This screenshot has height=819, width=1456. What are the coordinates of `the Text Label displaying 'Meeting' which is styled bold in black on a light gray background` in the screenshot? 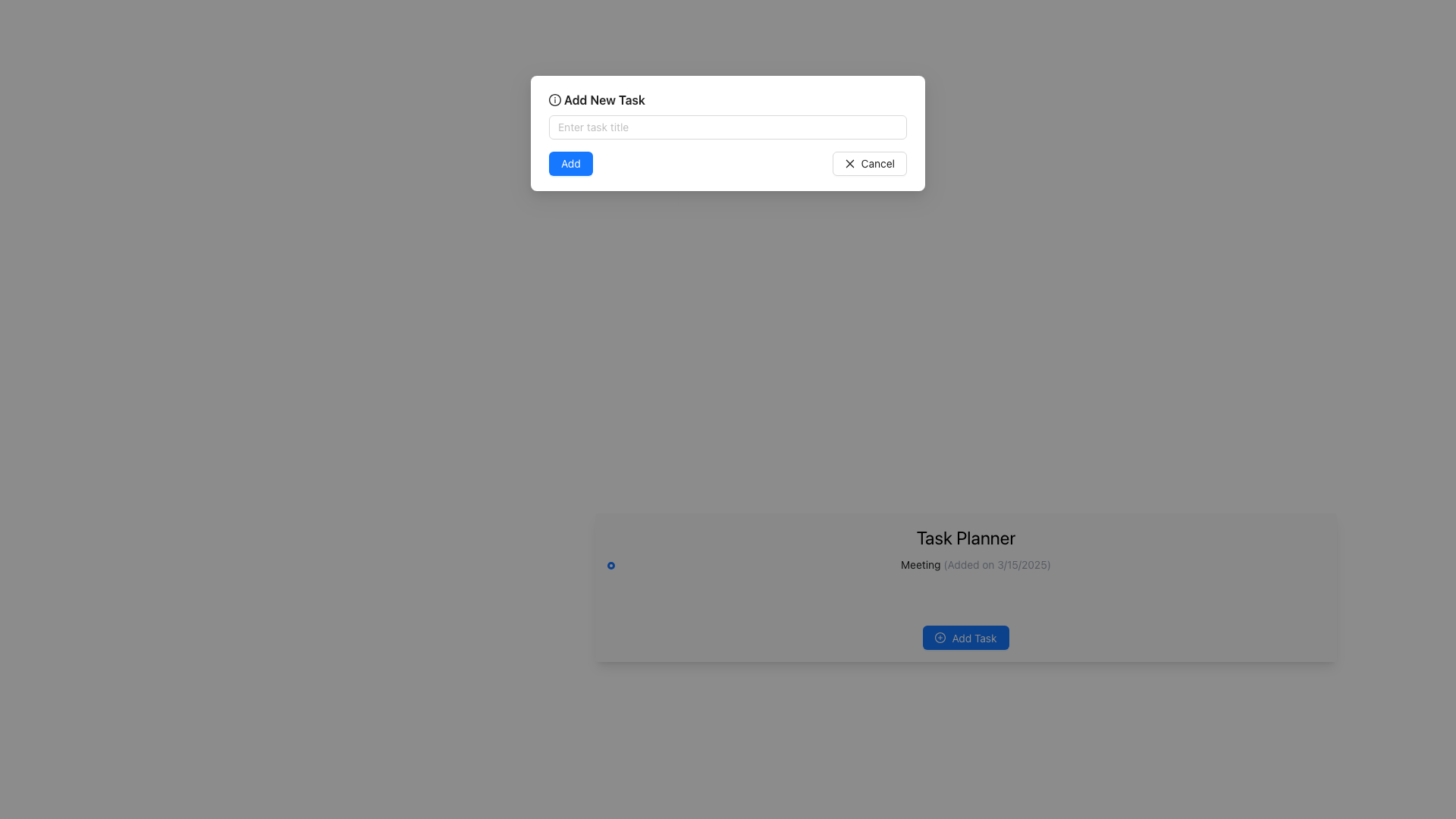 It's located at (920, 564).